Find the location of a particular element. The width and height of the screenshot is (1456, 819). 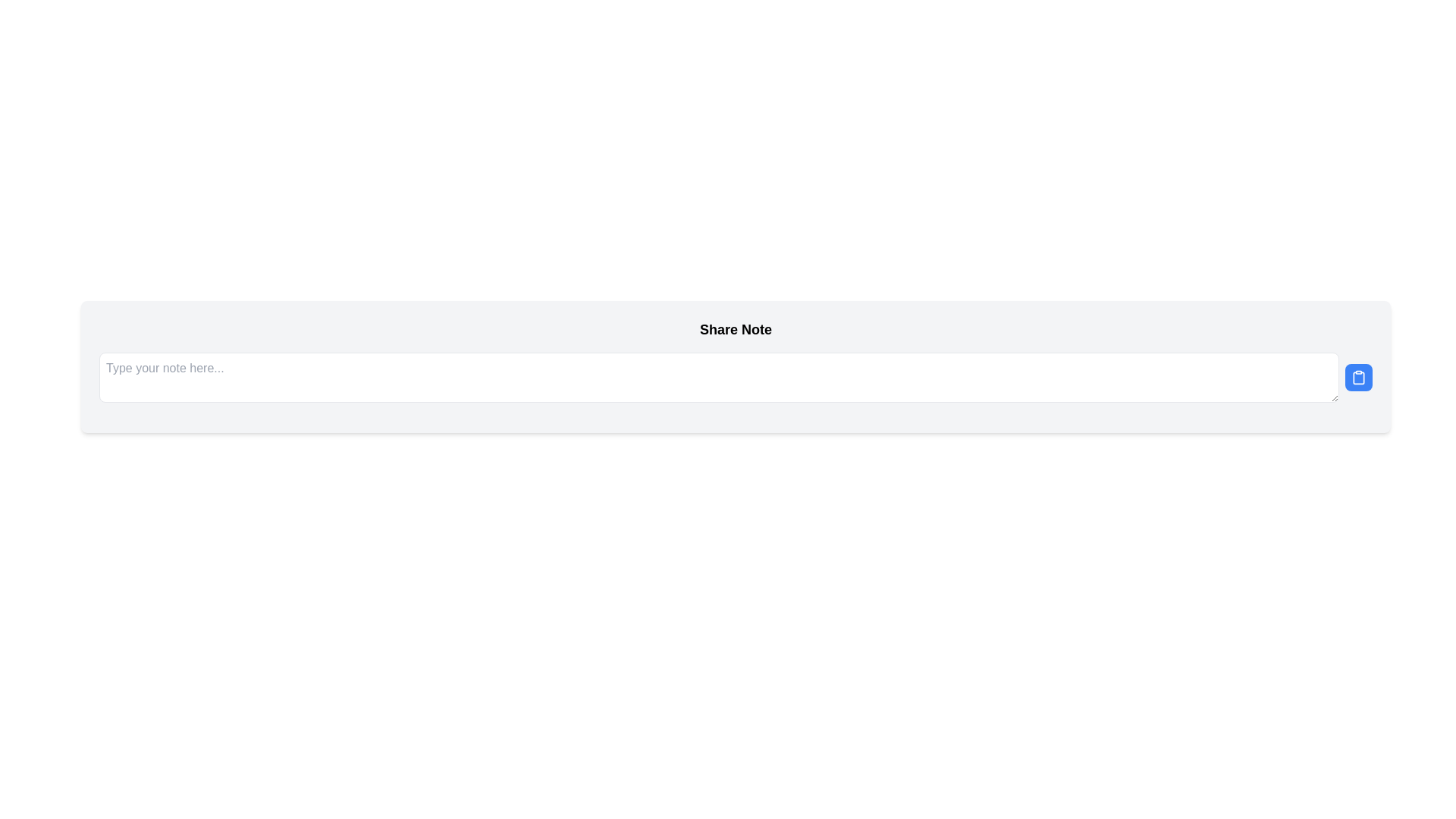

the blue square button with a white clipboard icon located to the far right of the text input box labeled 'Type your note here...' is located at coordinates (1358, 376).